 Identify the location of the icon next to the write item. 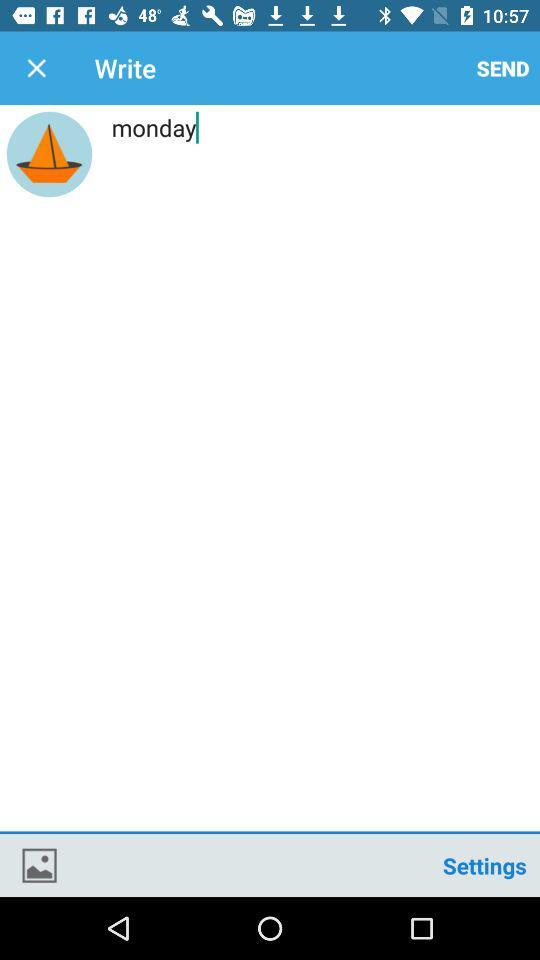
(36, 68).